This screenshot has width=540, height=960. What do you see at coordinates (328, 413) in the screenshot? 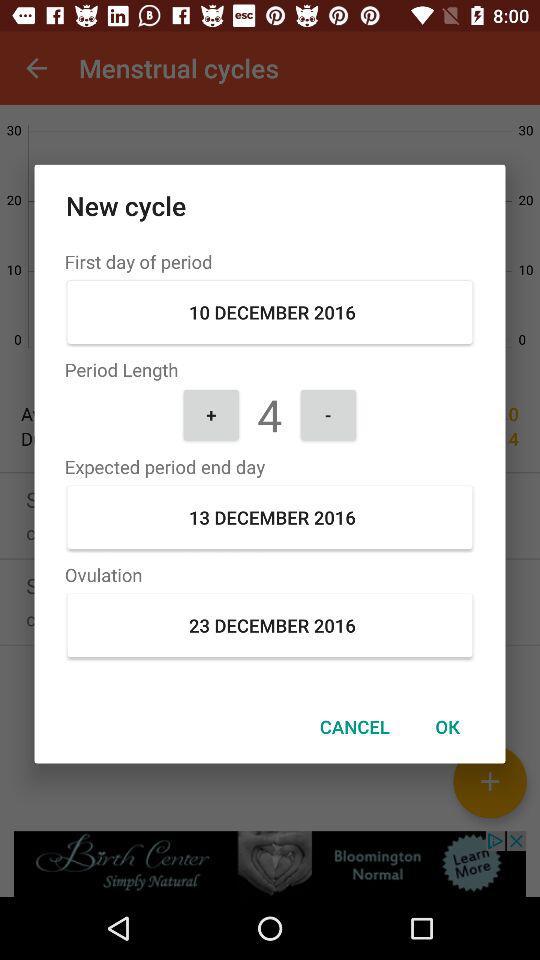
I see `icon below the period length` at bounding box center [328, 413].